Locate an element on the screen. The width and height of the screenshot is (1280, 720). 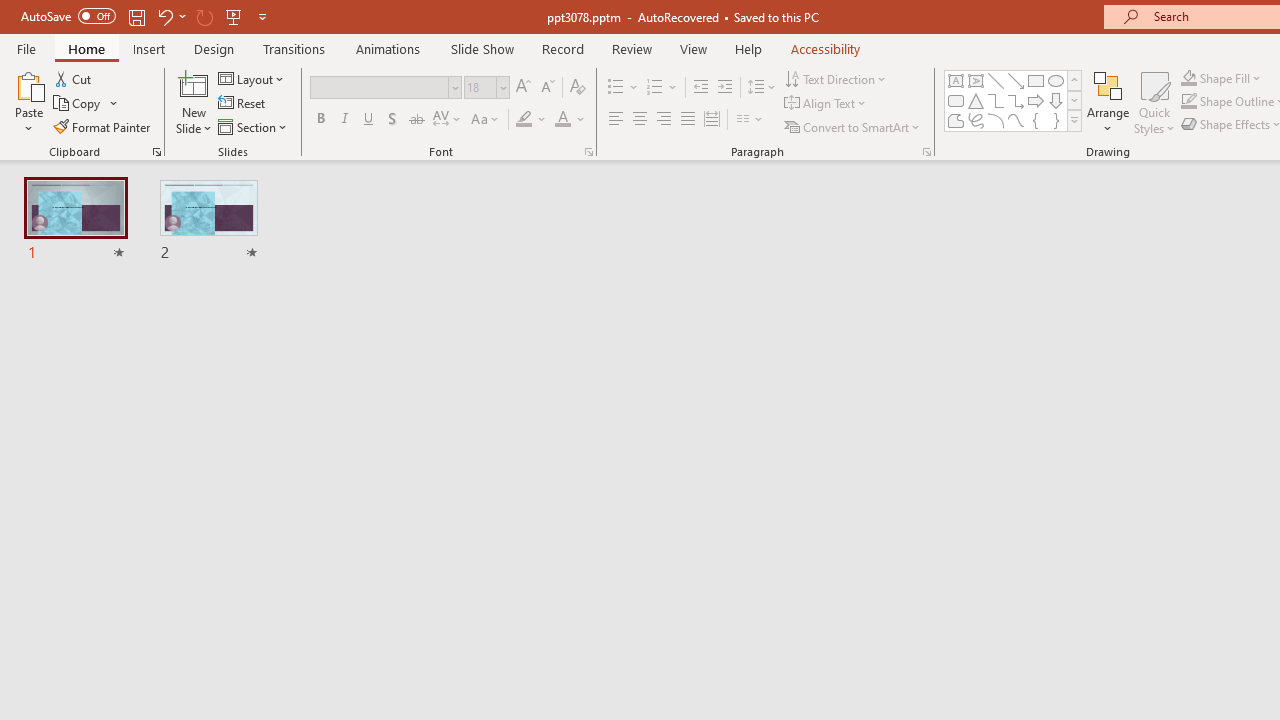
'Arc' is located at coordinates (995, 120).